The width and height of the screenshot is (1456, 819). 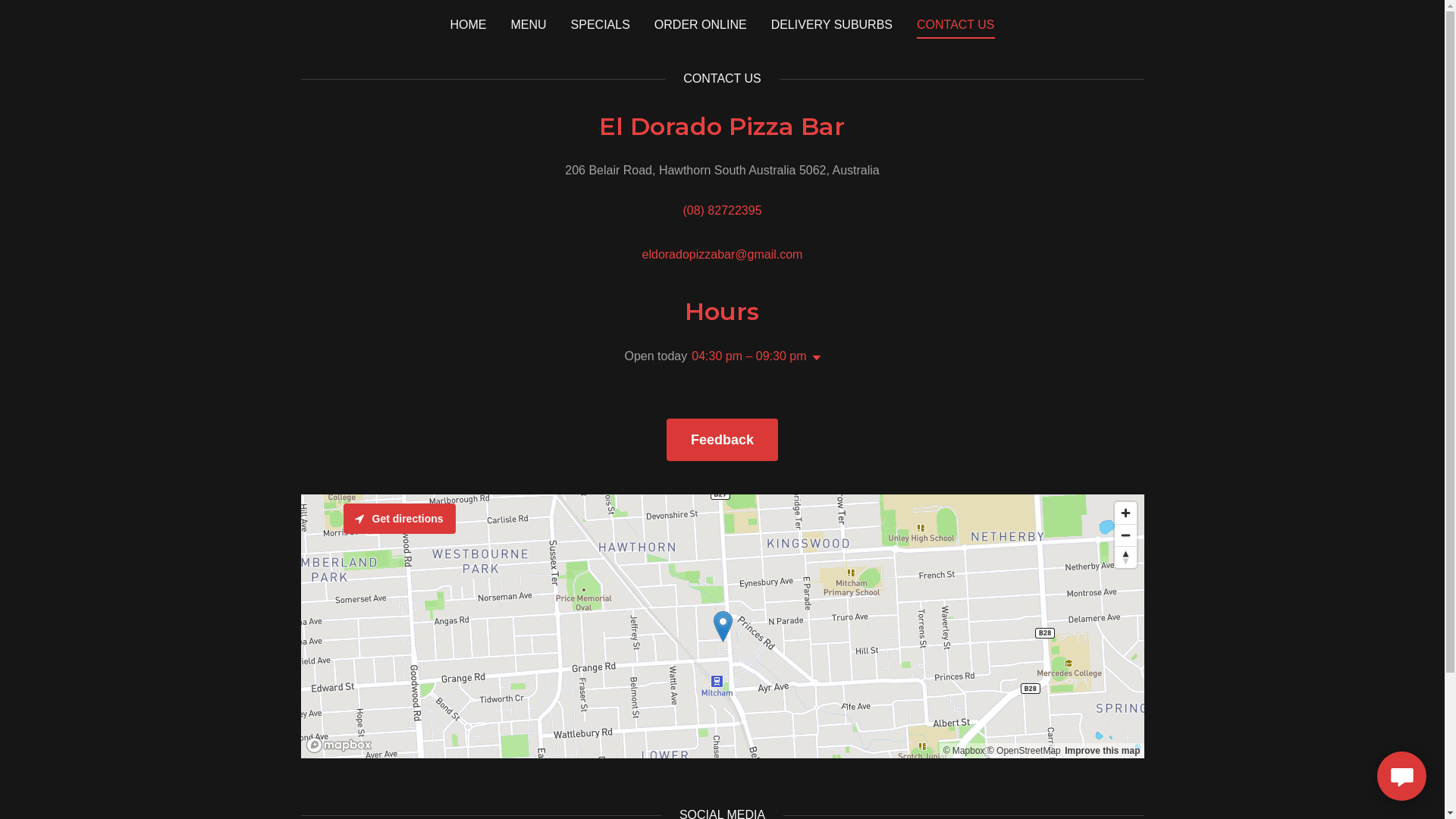 What do you see at coordinates (1102, 751) in the screenshot?
I see `'Improve this map'` at bounding box center [1102, 751].